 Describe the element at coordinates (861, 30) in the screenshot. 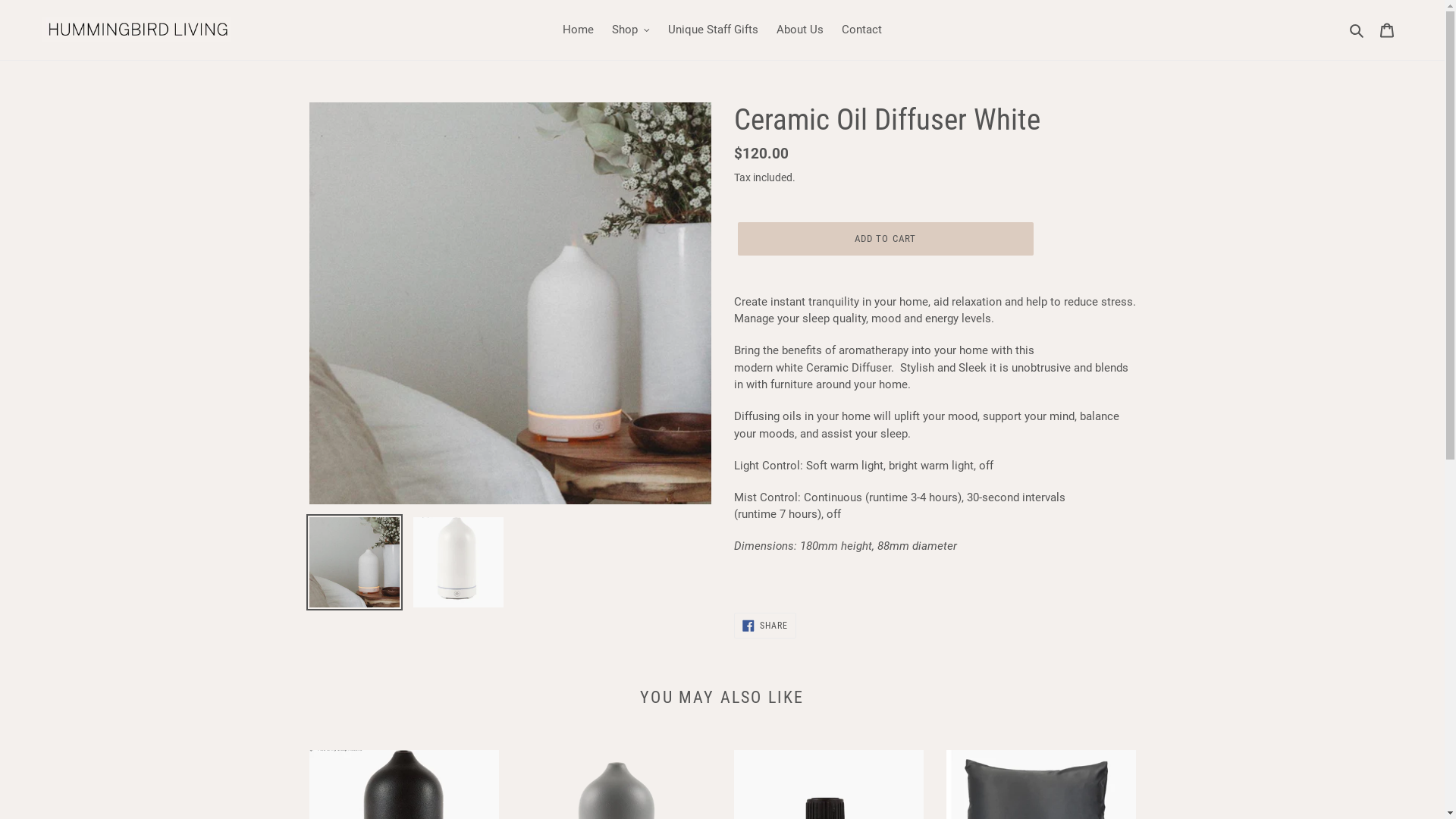

I see `'Contact'` at that location.